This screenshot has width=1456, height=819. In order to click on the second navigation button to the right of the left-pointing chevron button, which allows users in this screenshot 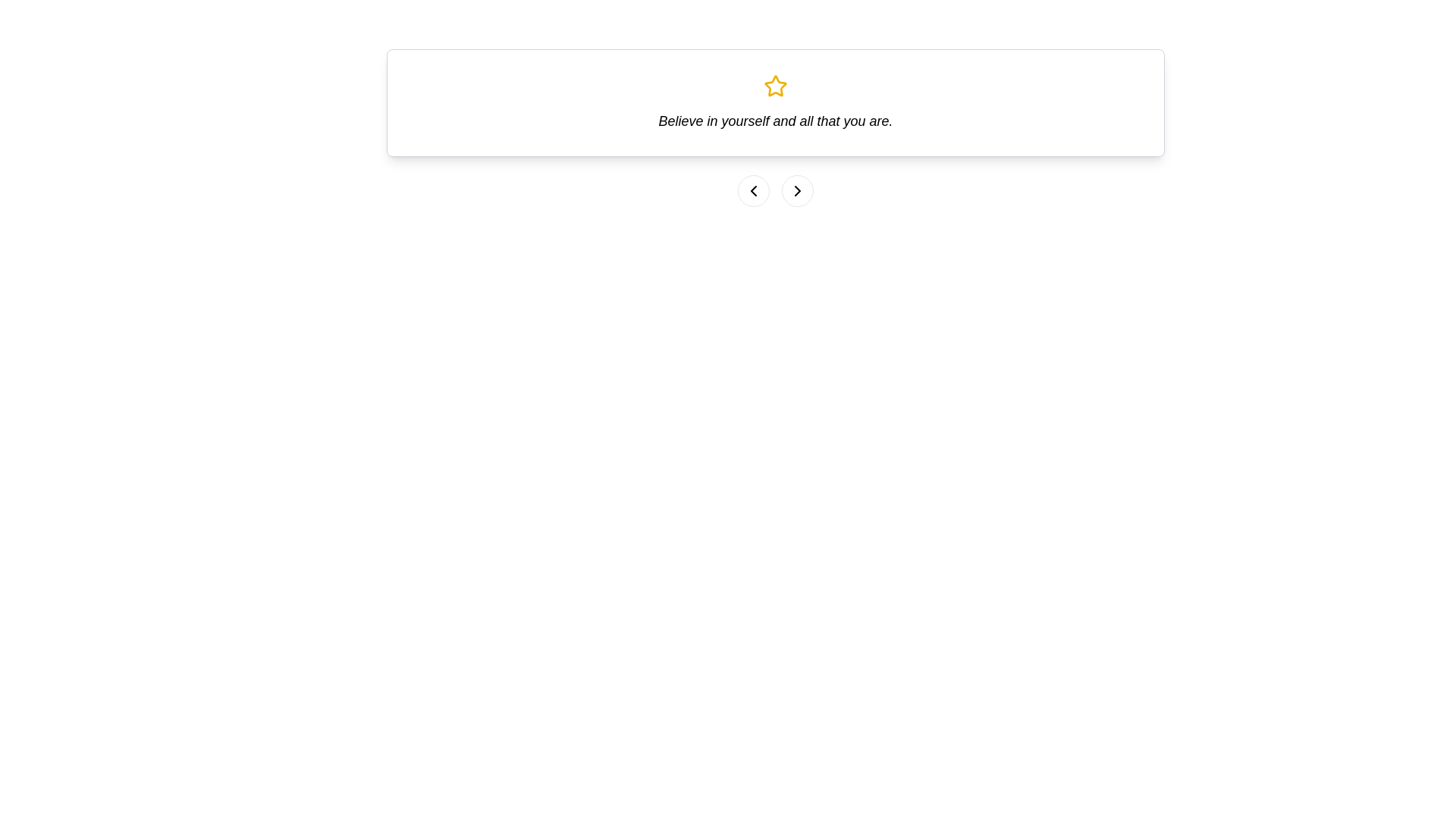, I will do `click(796, 190)`.